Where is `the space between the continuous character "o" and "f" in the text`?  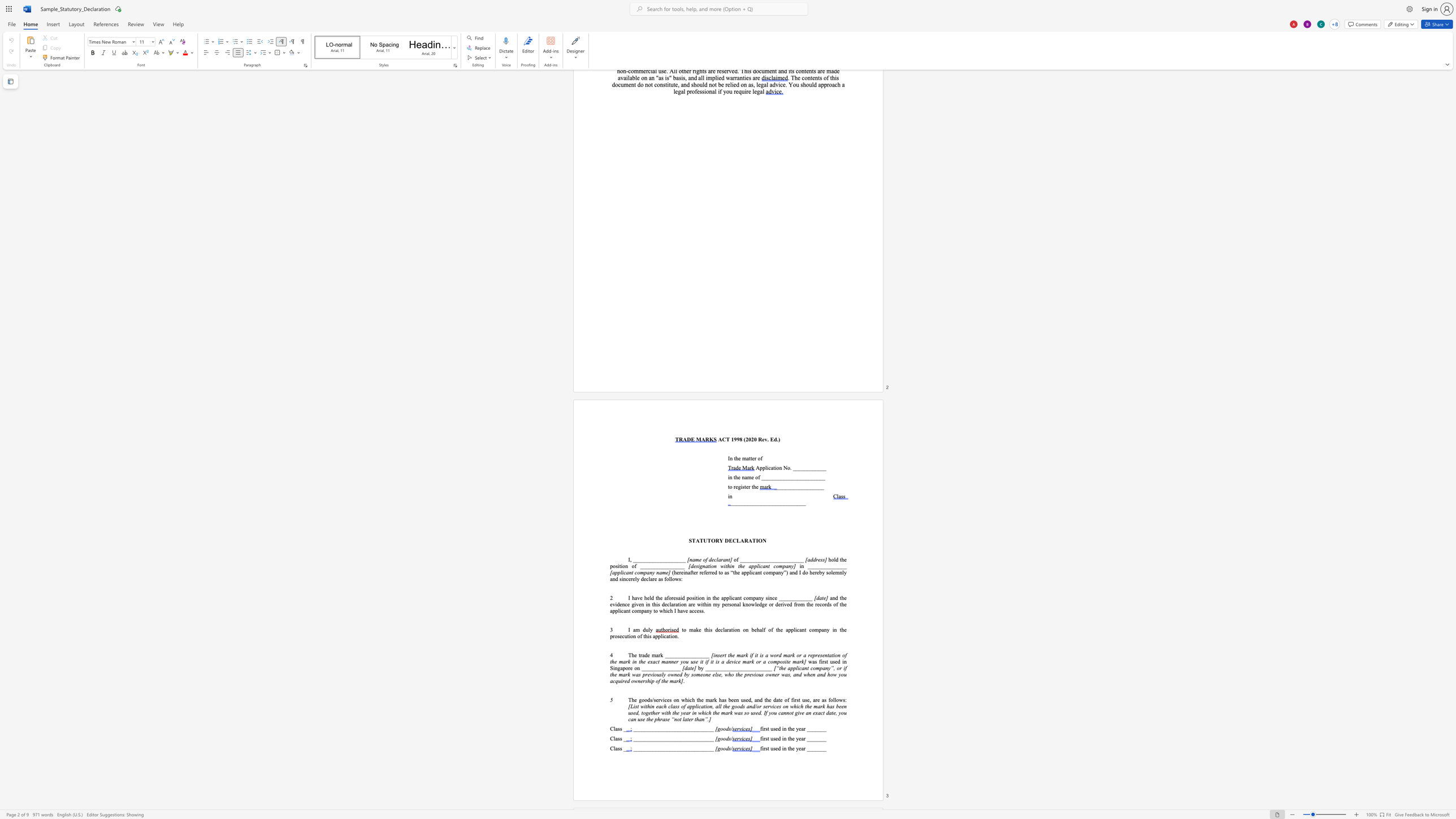
the space between the continuous character "o" and "f" in the text is located at coordinates (757, 478).